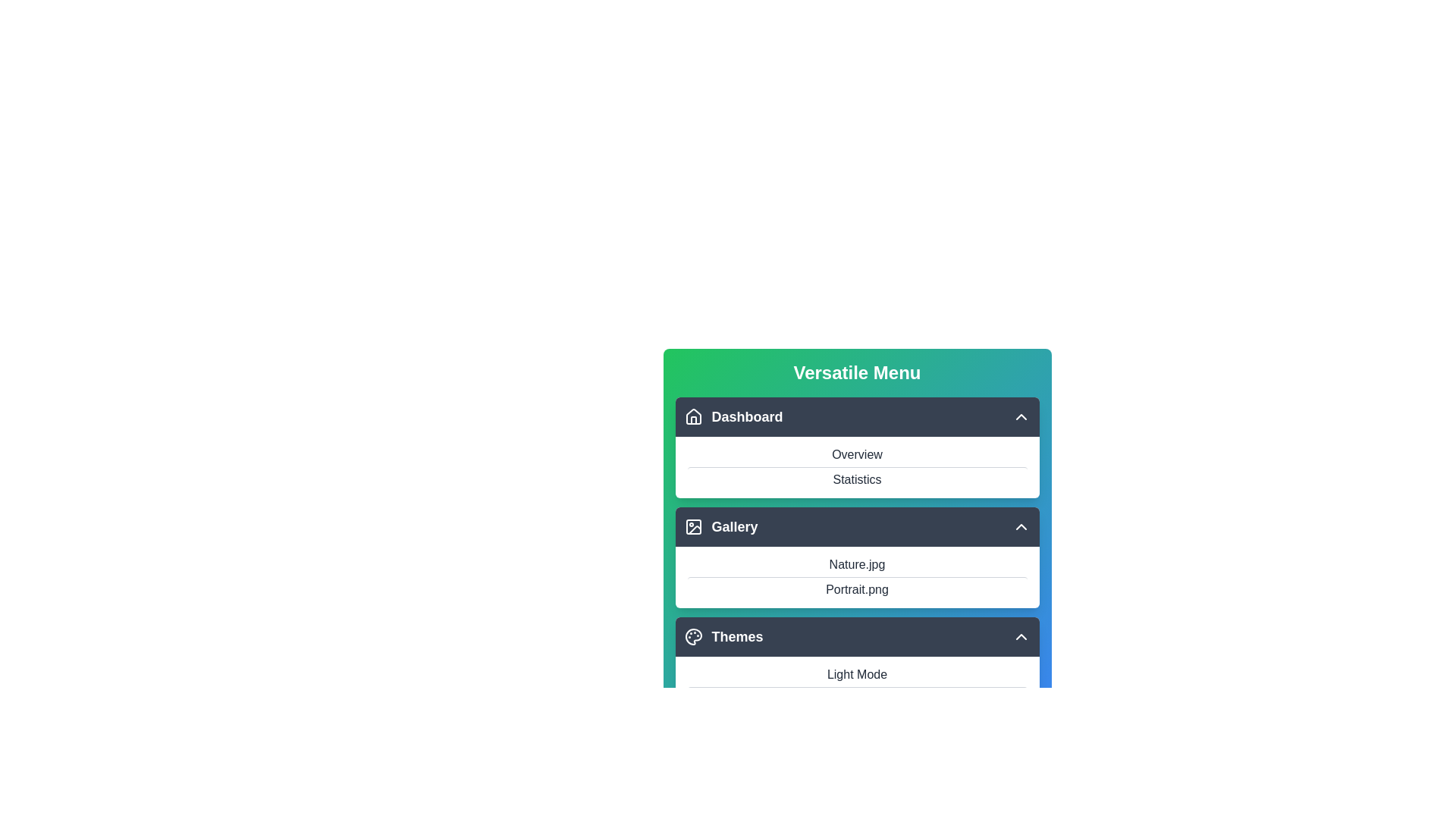 The image size is (1456, 819). Describe the element at coordinates (857, 526) in the screenshot. I see `the item Nature.jpg from the section Gallery` at that location.